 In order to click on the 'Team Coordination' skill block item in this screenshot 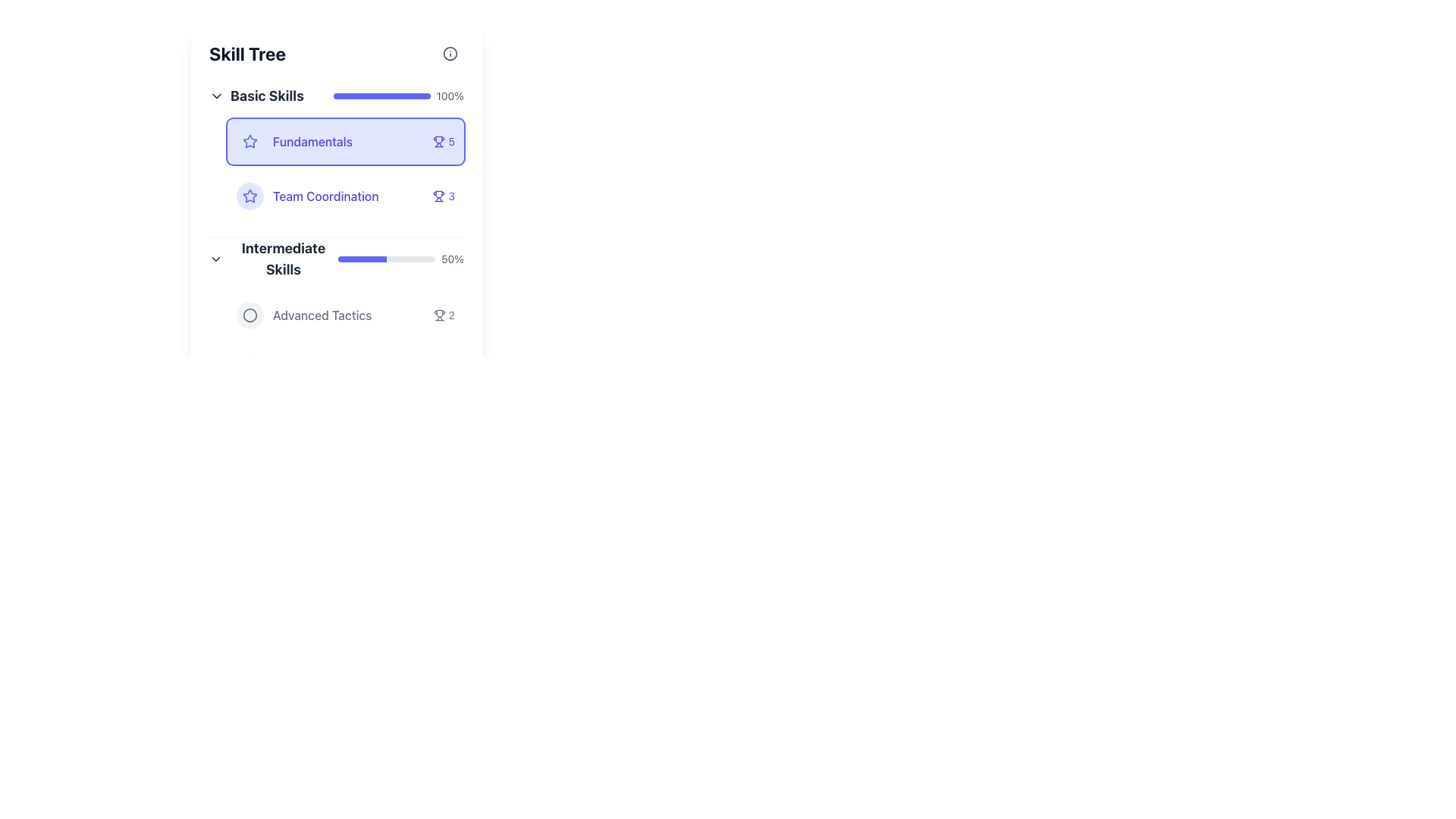, I will do `click(345, 195)`.